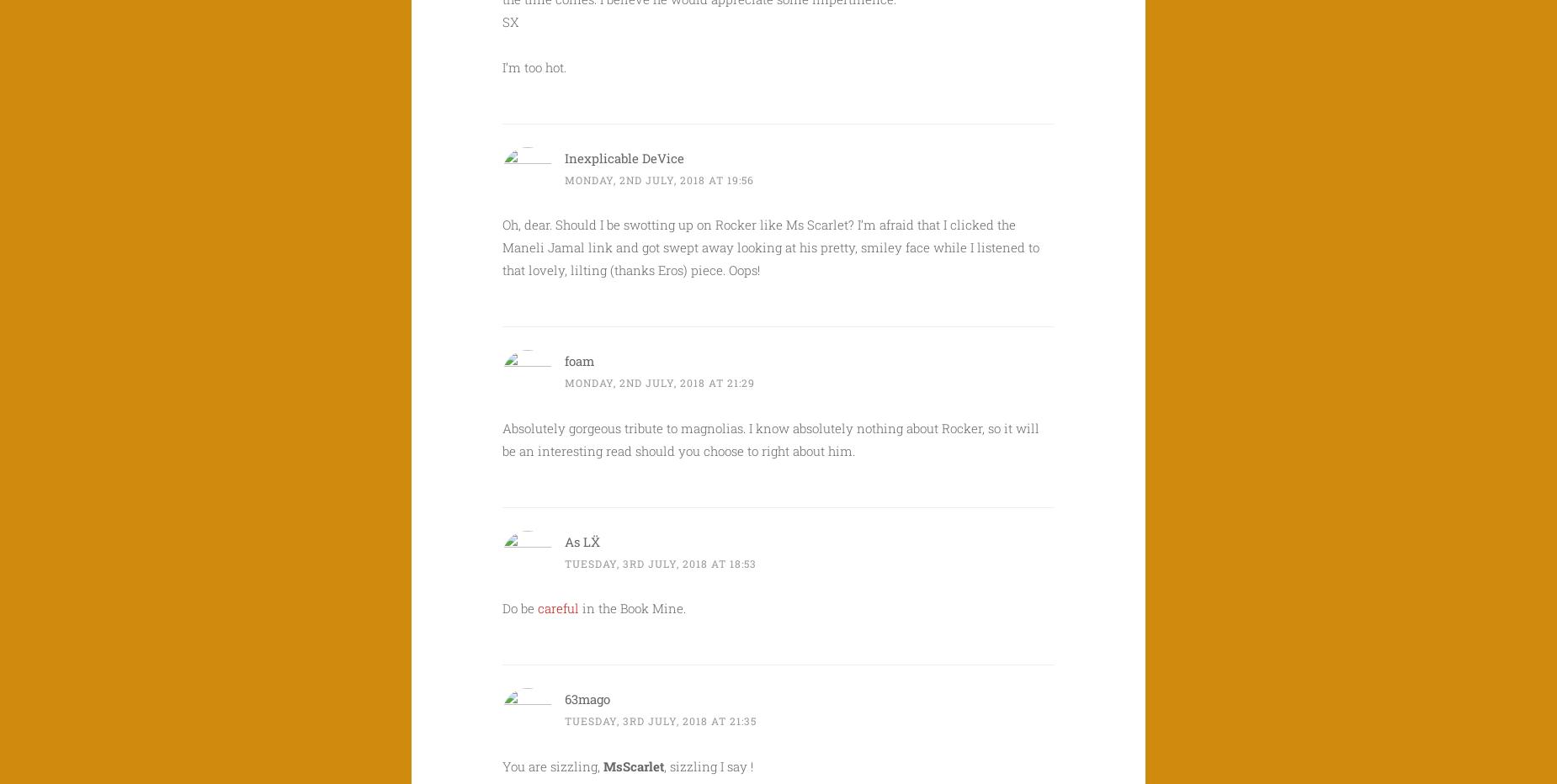 This screenshot has width=1557, height=784. Describe the element at coordinates (587, 697) in the screenshot. I see `'63mago'` at that location.